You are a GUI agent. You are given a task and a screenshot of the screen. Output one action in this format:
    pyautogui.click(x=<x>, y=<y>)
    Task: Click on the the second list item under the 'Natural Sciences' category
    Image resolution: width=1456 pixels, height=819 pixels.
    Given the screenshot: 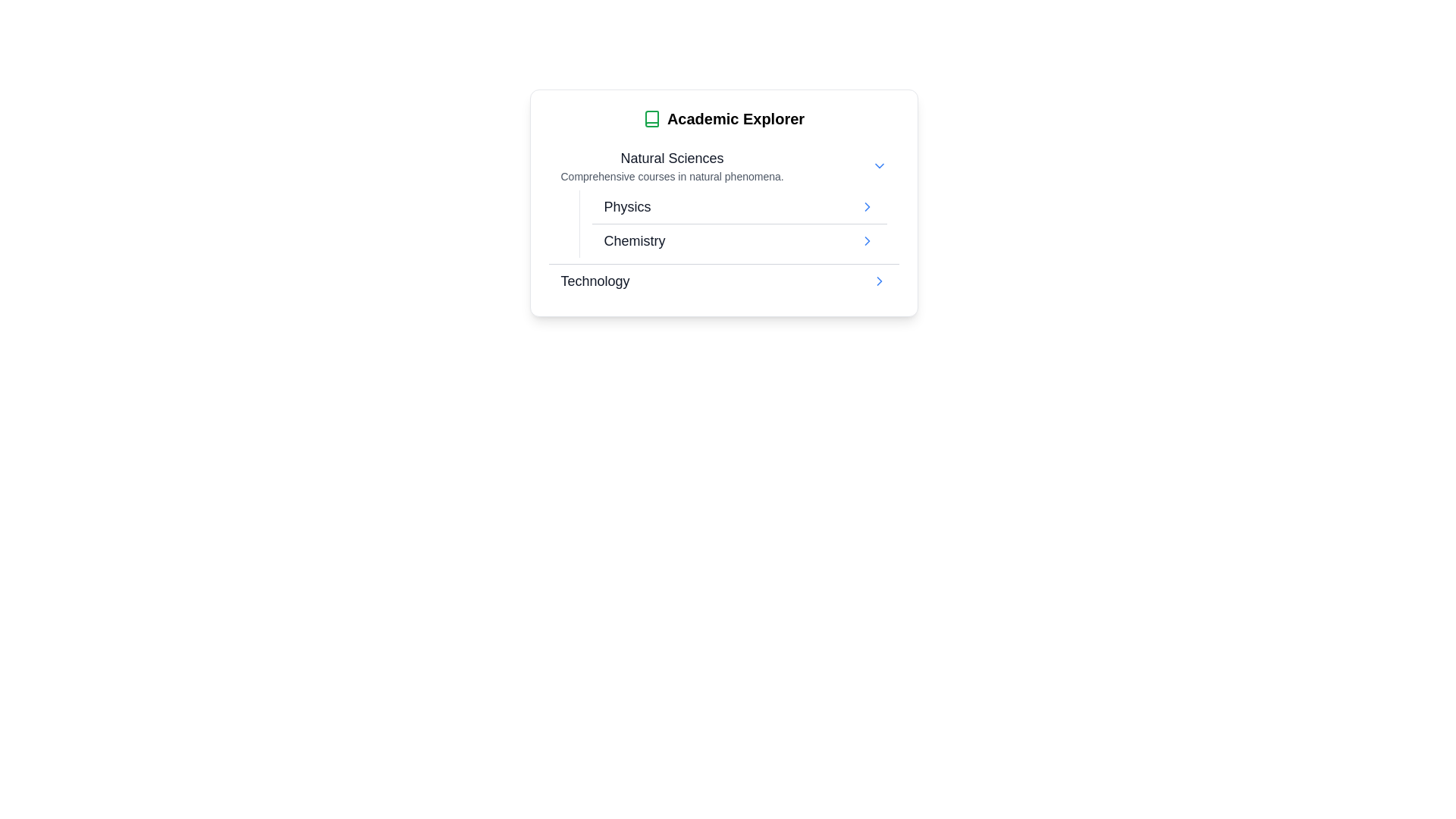 What is the action you would take?
    pyautogui.click(x=739, y=240)
    